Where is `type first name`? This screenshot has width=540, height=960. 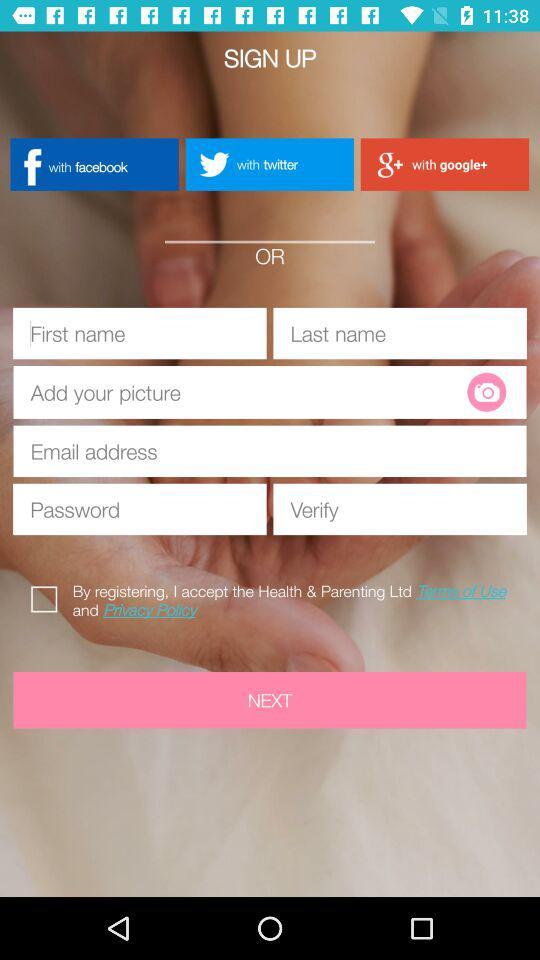 type first name is located at coordinates (138, 333).